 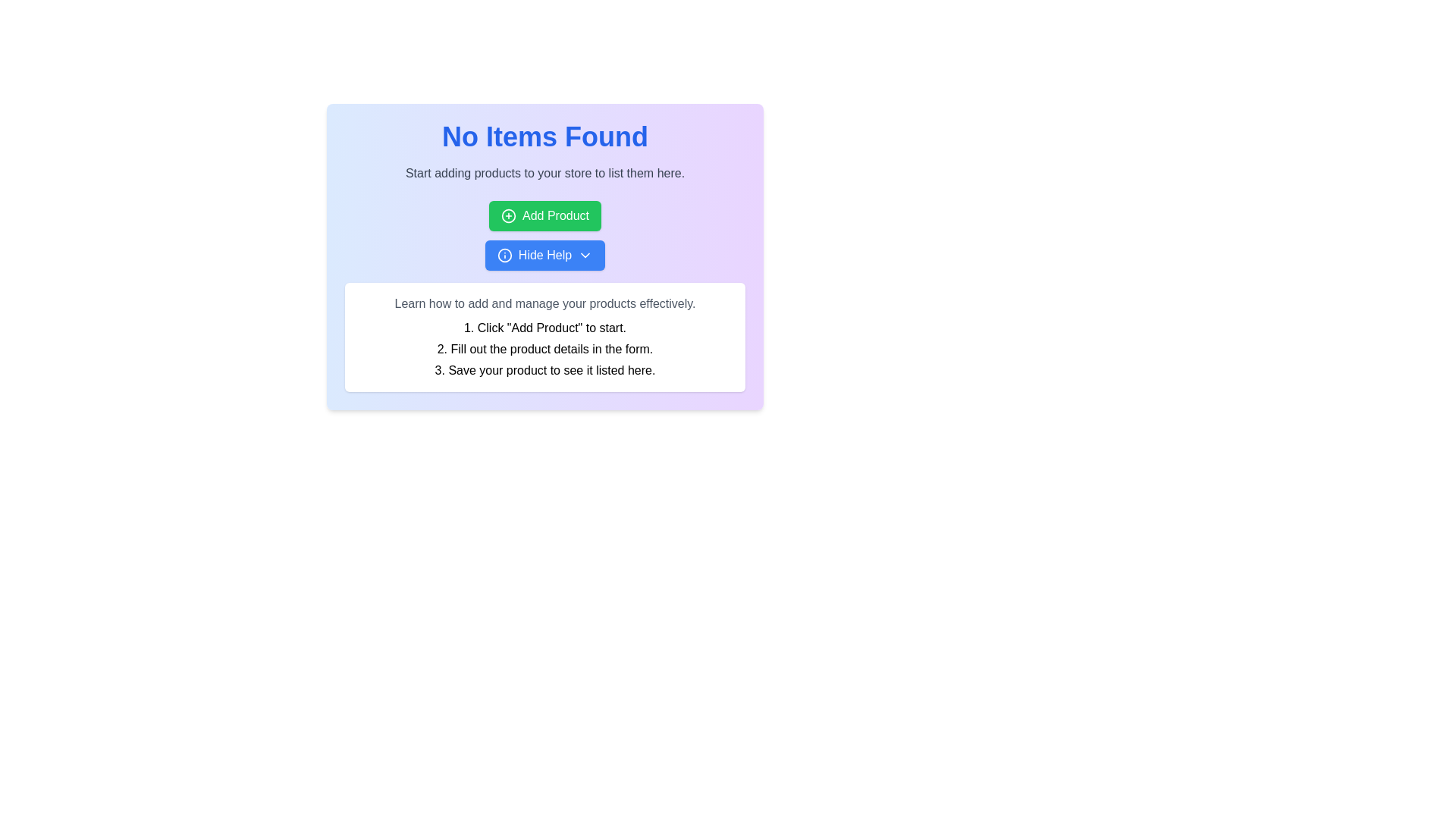 What do you see at coordinates (585, 254) in the screenshot?
I see `the icon located at the right end of the 'Hide Help' button` at bounding box center [585, 254].